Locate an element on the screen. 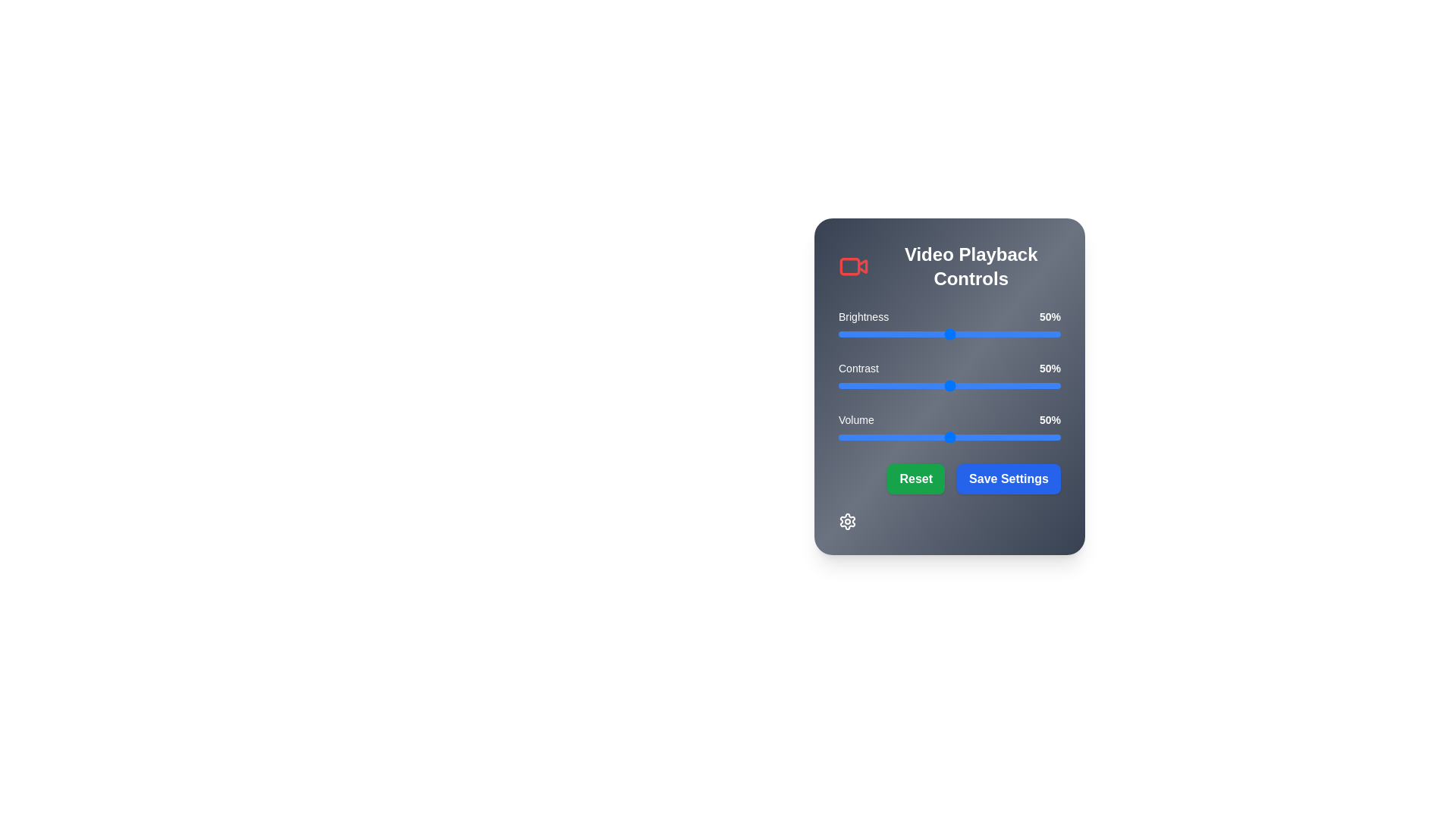  the 'Reset' button located in the button group at the bottom right of the 'Video Playback Controls' card to revert settings is located at coordinates (949, 479).